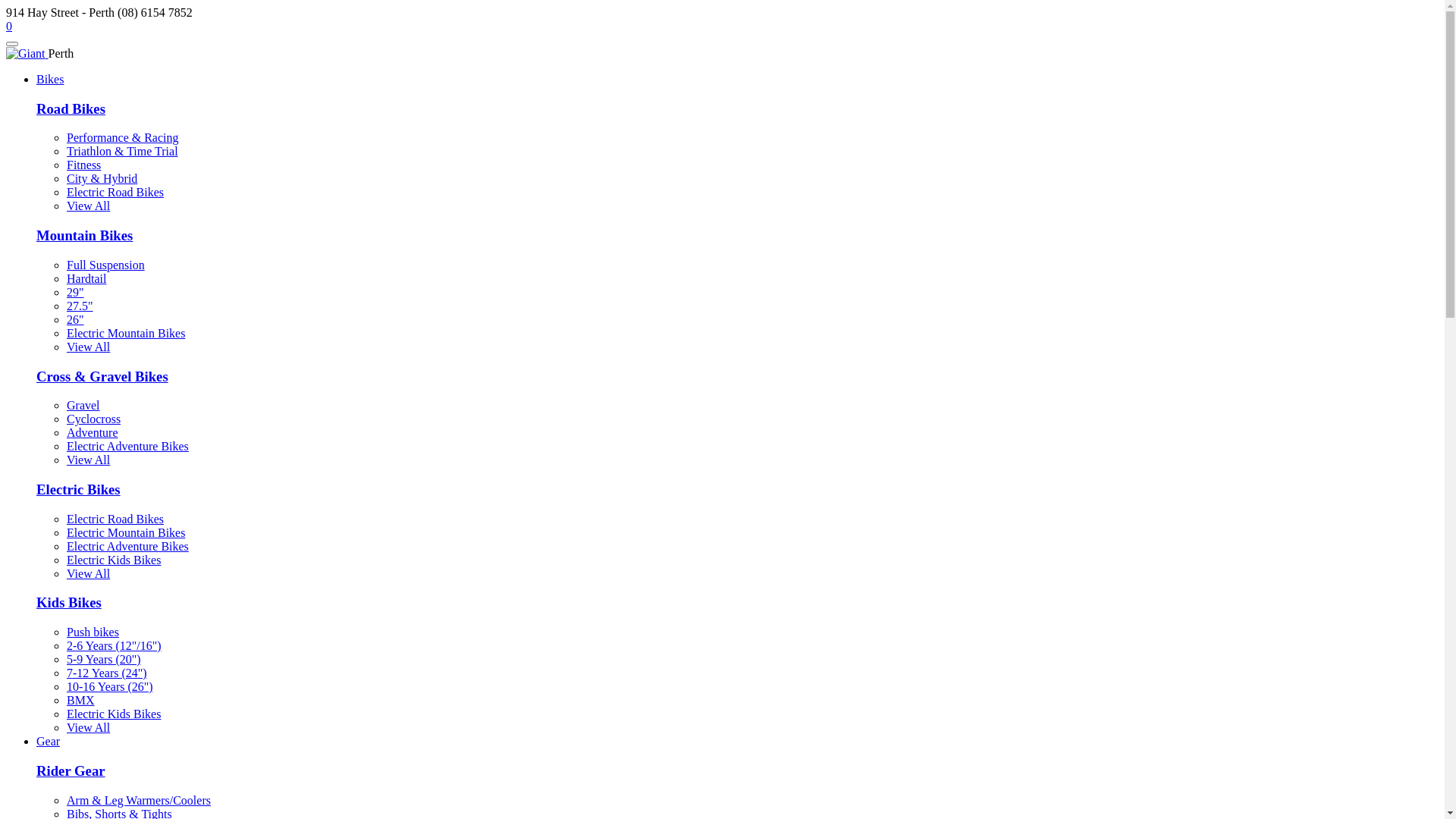 This screenshot has height=819, width=1456. Describe the element at coordinates (70, 108) in the screenshot. I see `'Road Bikes'` at that location.